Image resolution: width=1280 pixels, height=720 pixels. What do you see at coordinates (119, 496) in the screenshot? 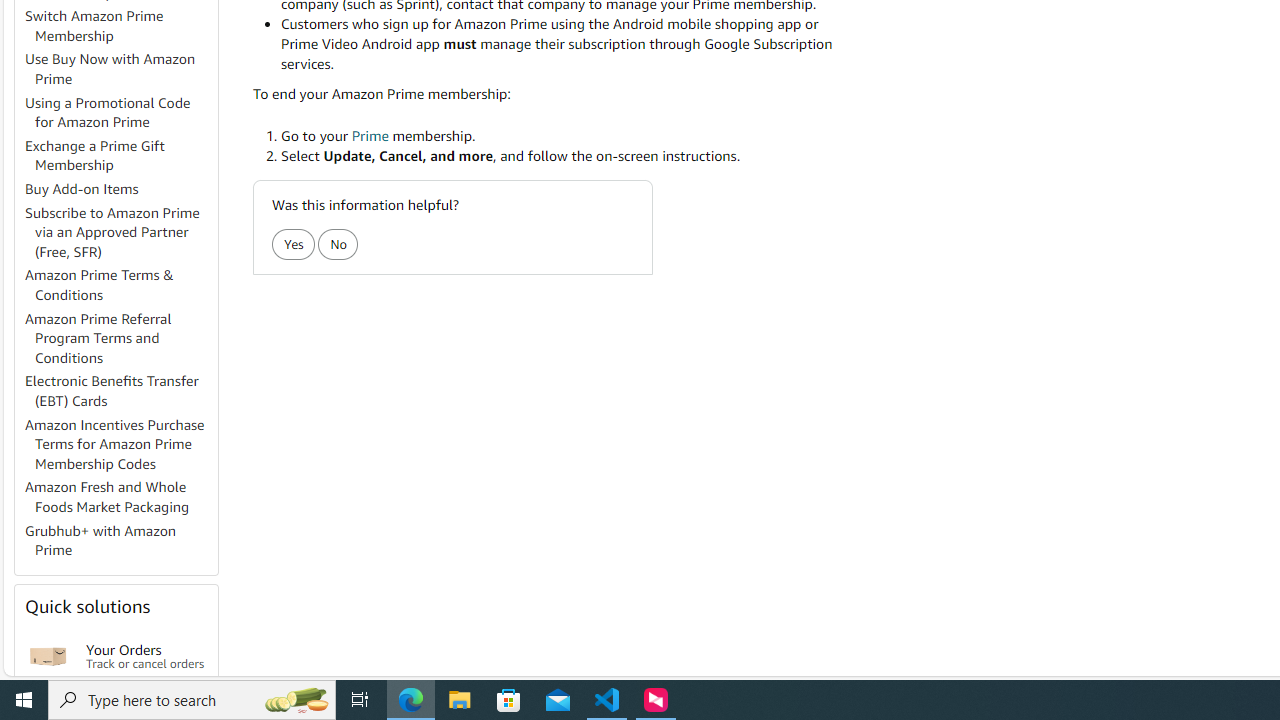
I see `'Amazon Fresh and Whole Foods Market Packaging'` at bounding box center [119, 496].